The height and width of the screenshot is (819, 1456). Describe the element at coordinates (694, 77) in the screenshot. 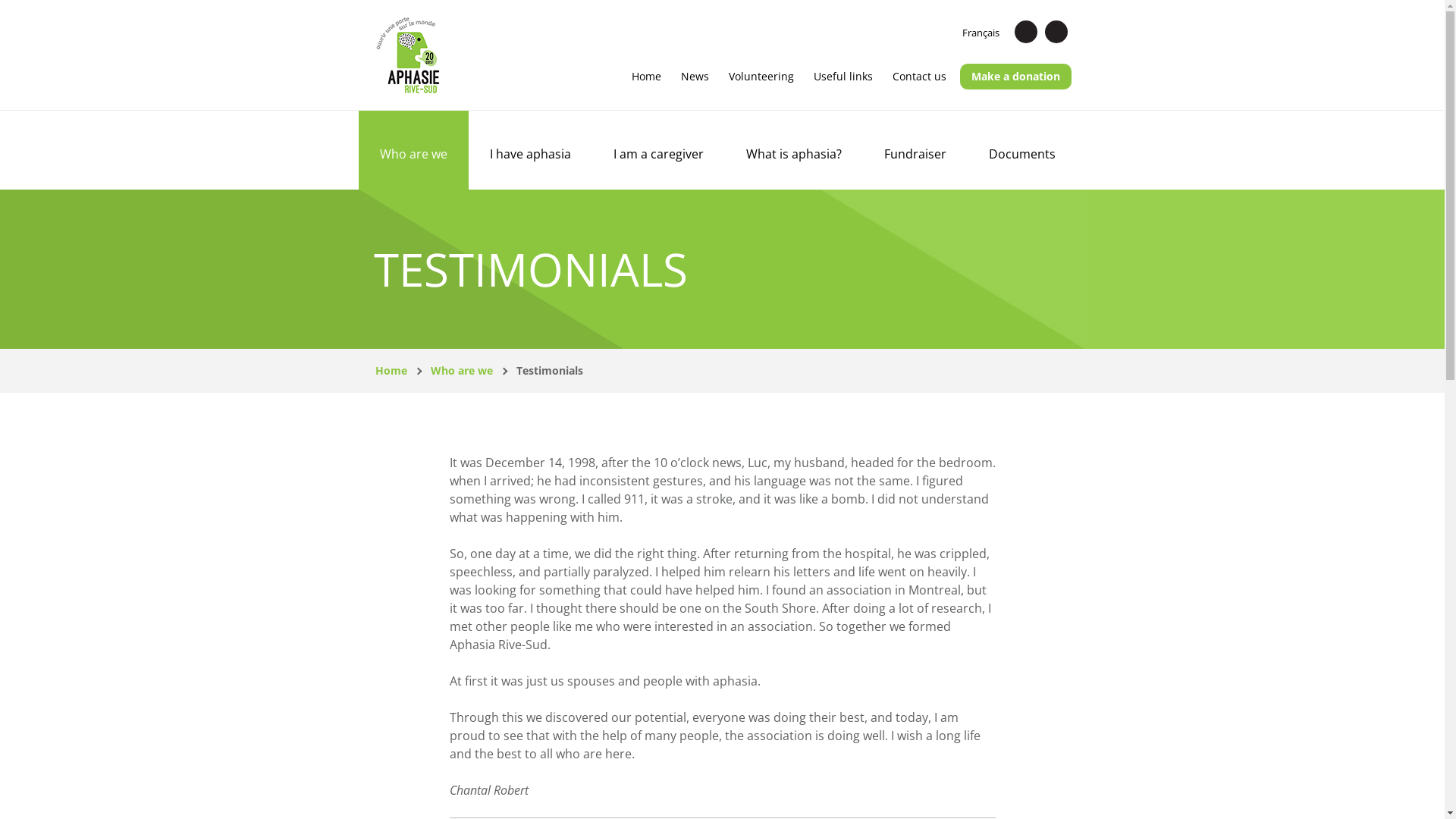

I see `'News'` at that location.